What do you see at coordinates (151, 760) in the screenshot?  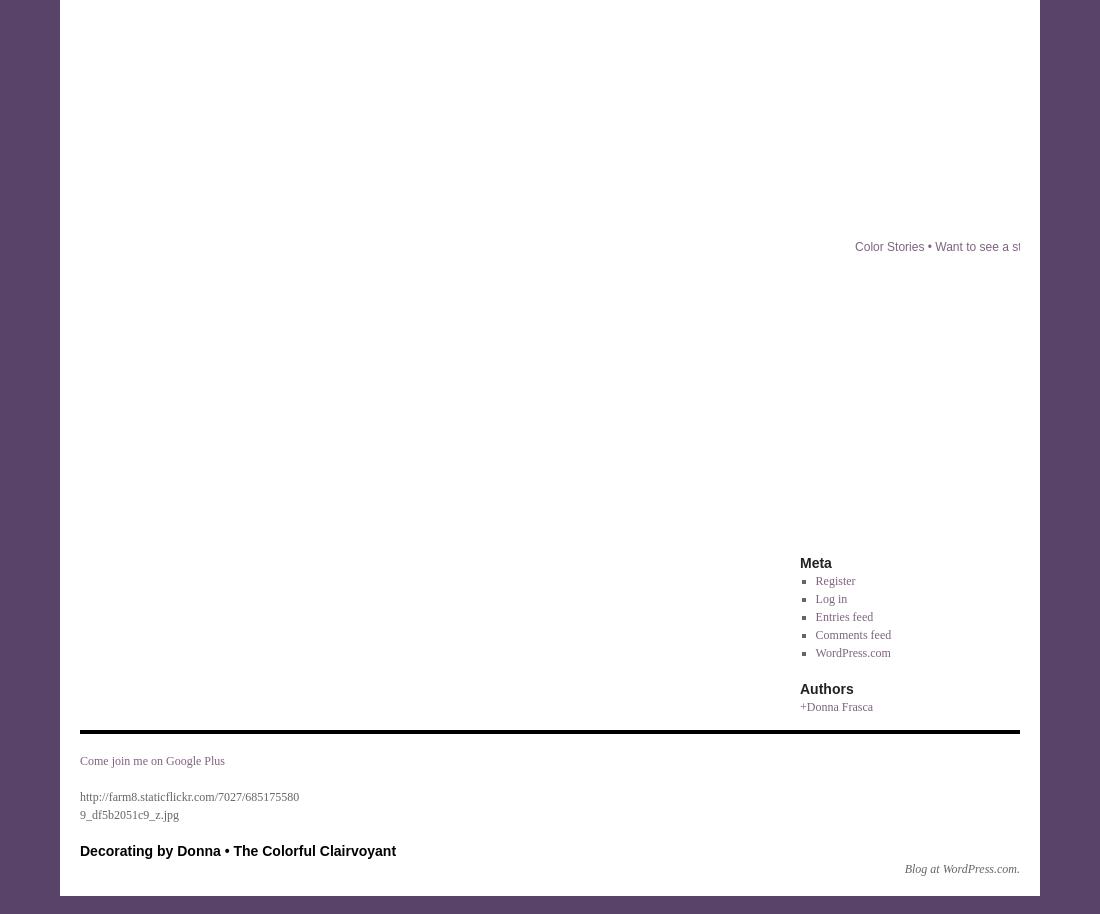 I see `'Come join me on Google Plus'` at bounding box center [151, 760].